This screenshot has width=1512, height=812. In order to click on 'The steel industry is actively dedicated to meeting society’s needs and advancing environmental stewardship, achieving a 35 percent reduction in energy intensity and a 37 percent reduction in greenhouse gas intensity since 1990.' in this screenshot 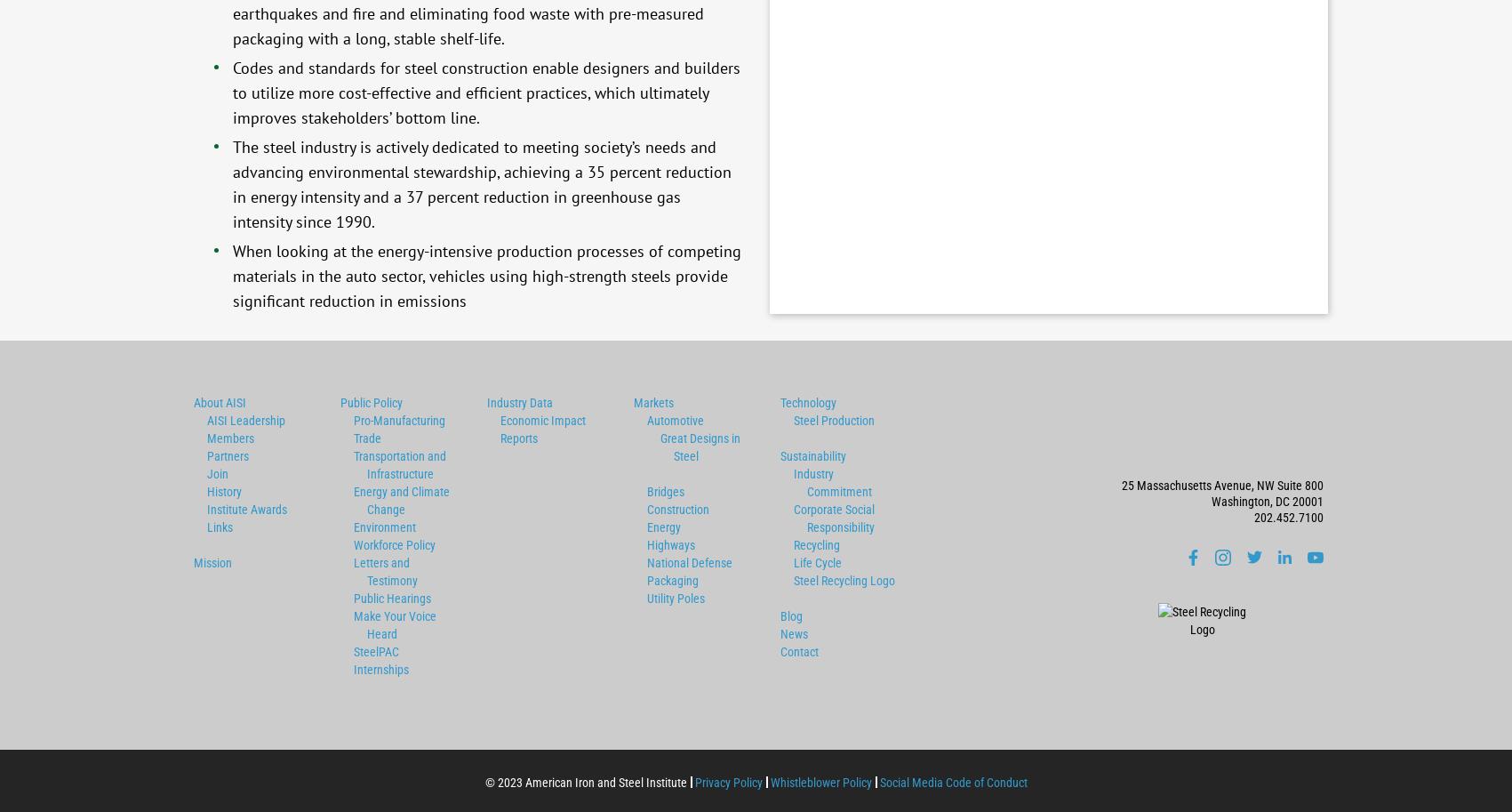, I will do `click(481, 183)`.